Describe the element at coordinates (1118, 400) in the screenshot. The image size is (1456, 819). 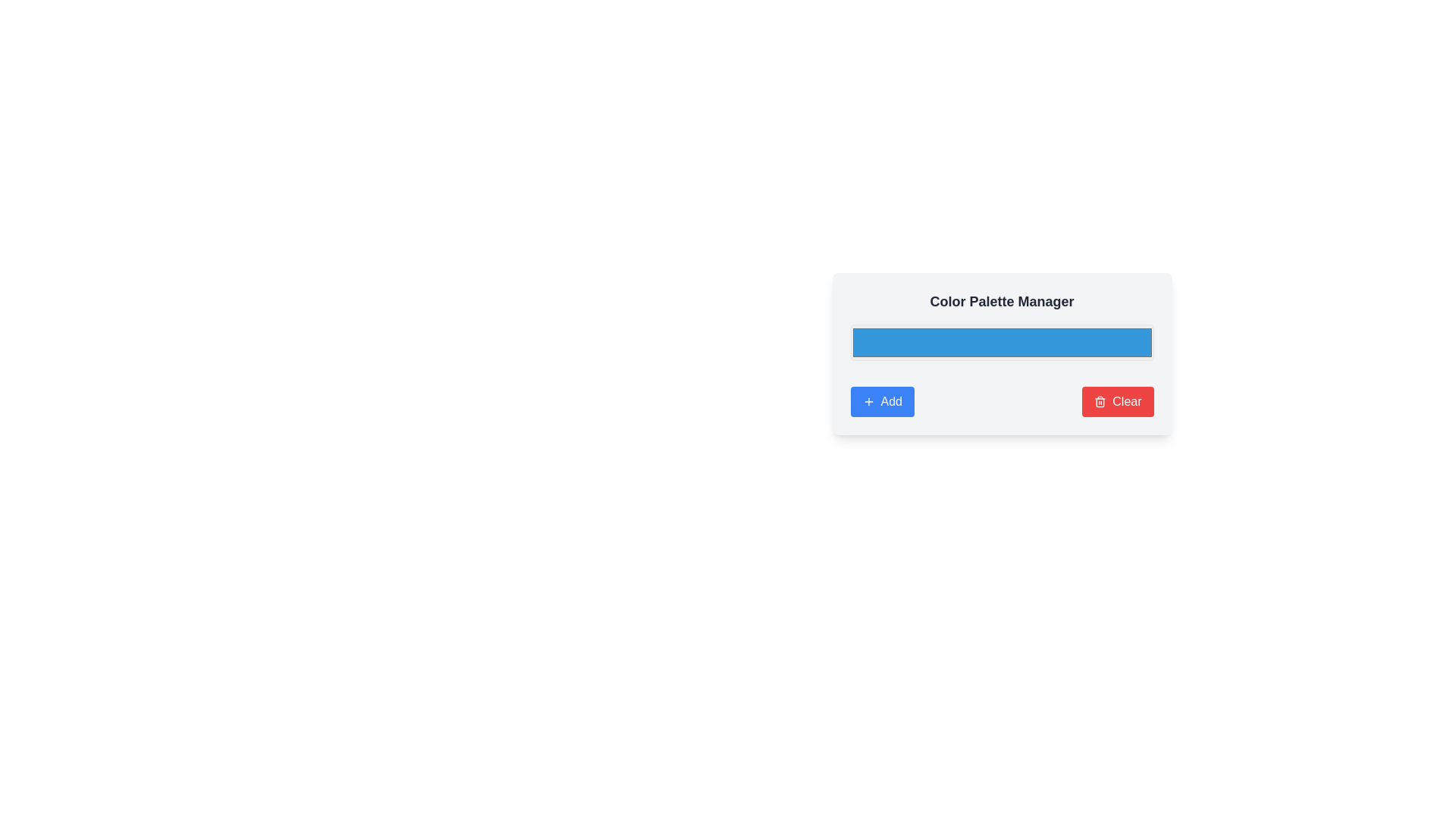
I see `the 'Clear' button located at the bottom-right corner of the 'Color Palette Manager' interface` at that location.